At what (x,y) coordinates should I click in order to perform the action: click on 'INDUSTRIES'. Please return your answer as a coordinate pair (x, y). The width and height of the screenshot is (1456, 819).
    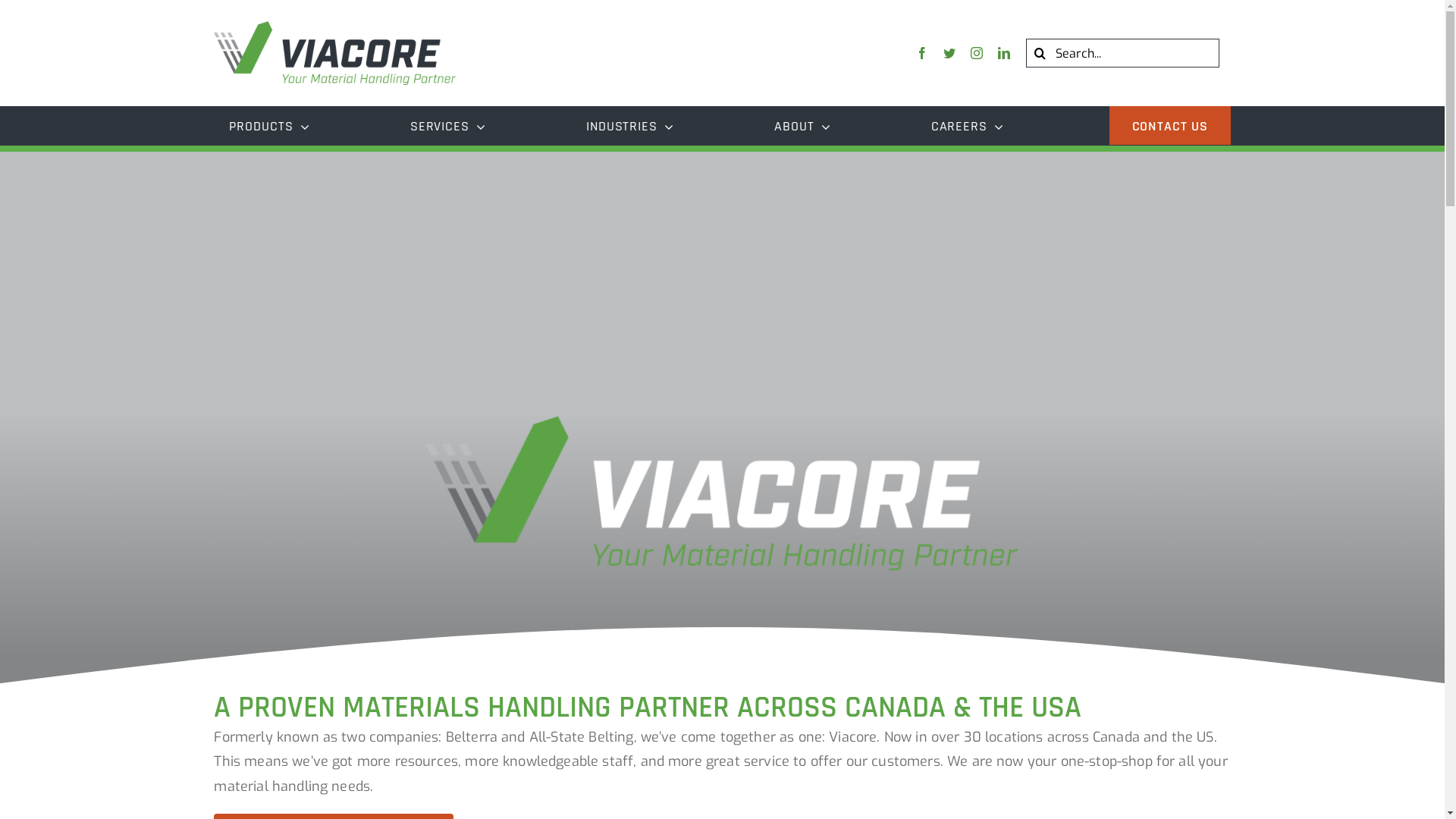
    Looking at the image, I should click on (570, 124).